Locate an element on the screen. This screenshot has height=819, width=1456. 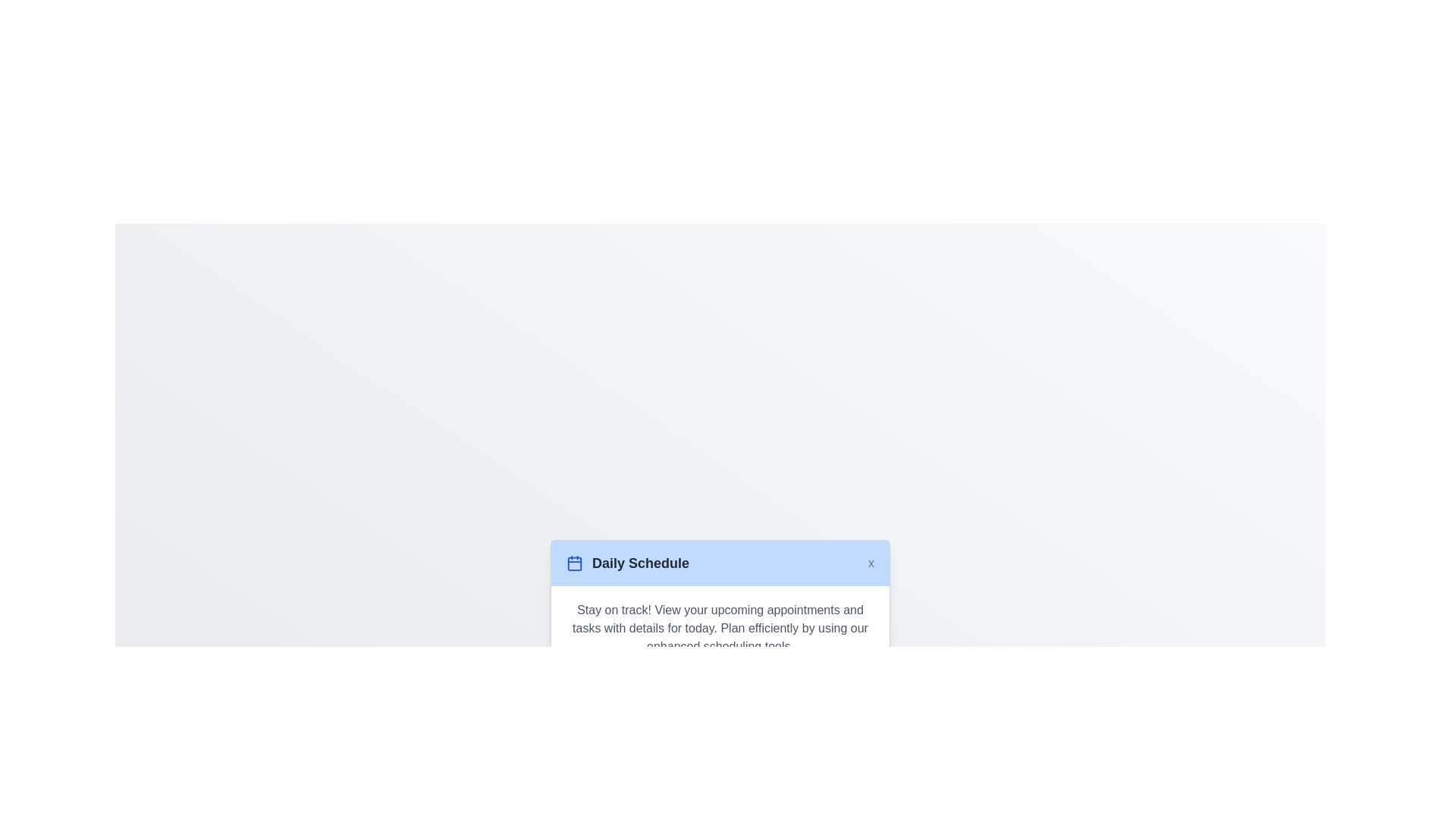
text of the 'Daily Schedule' Label with icon, which serves as a section header for the content area is located at coordinates (628, 563).